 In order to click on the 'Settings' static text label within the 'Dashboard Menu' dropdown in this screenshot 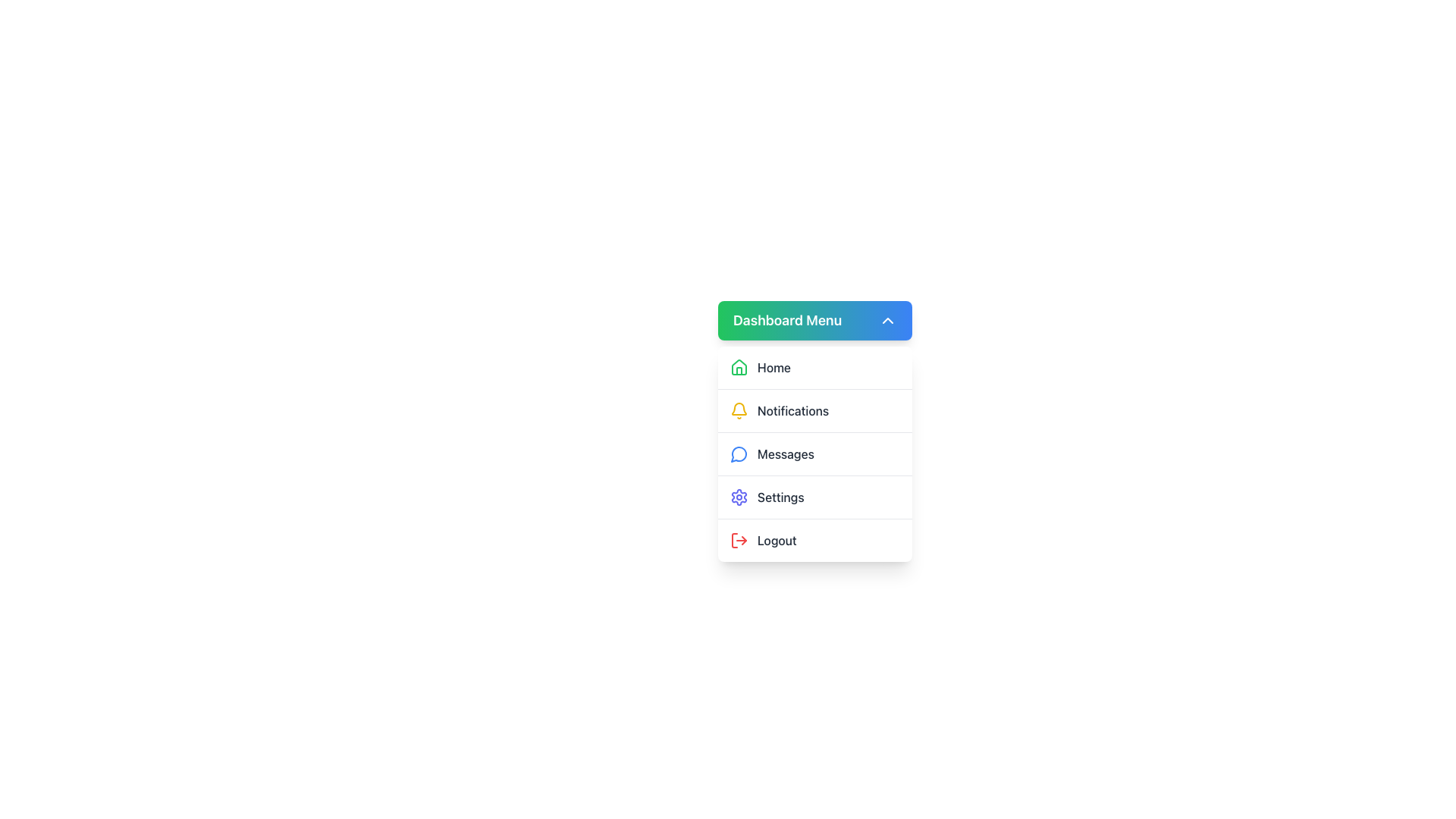, I will do `click(780, 497)`.